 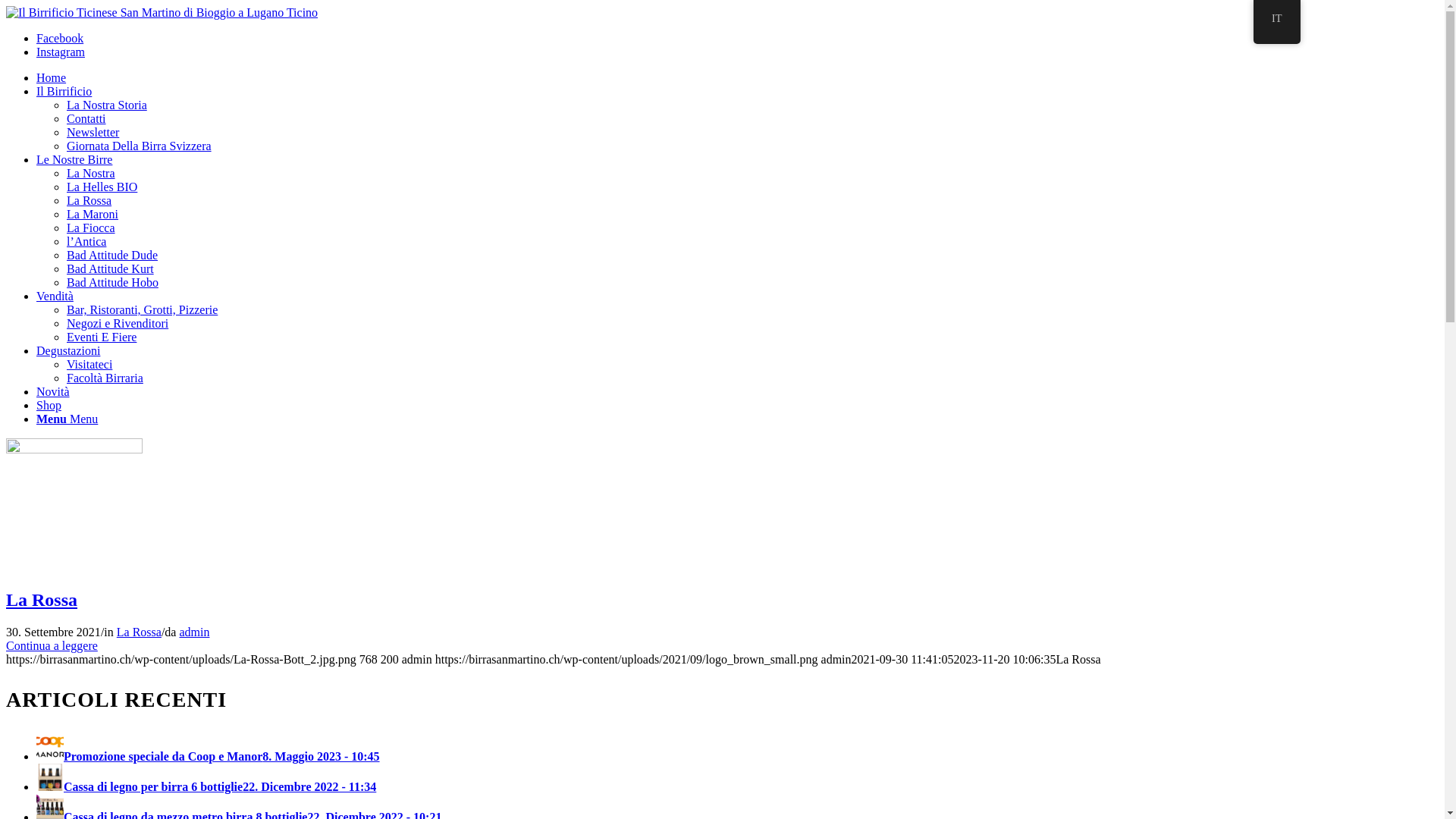 What do you see at coordinates (36, 51) in the screenshot?
I see `'Instagram'` at bounding box center [36, 51].